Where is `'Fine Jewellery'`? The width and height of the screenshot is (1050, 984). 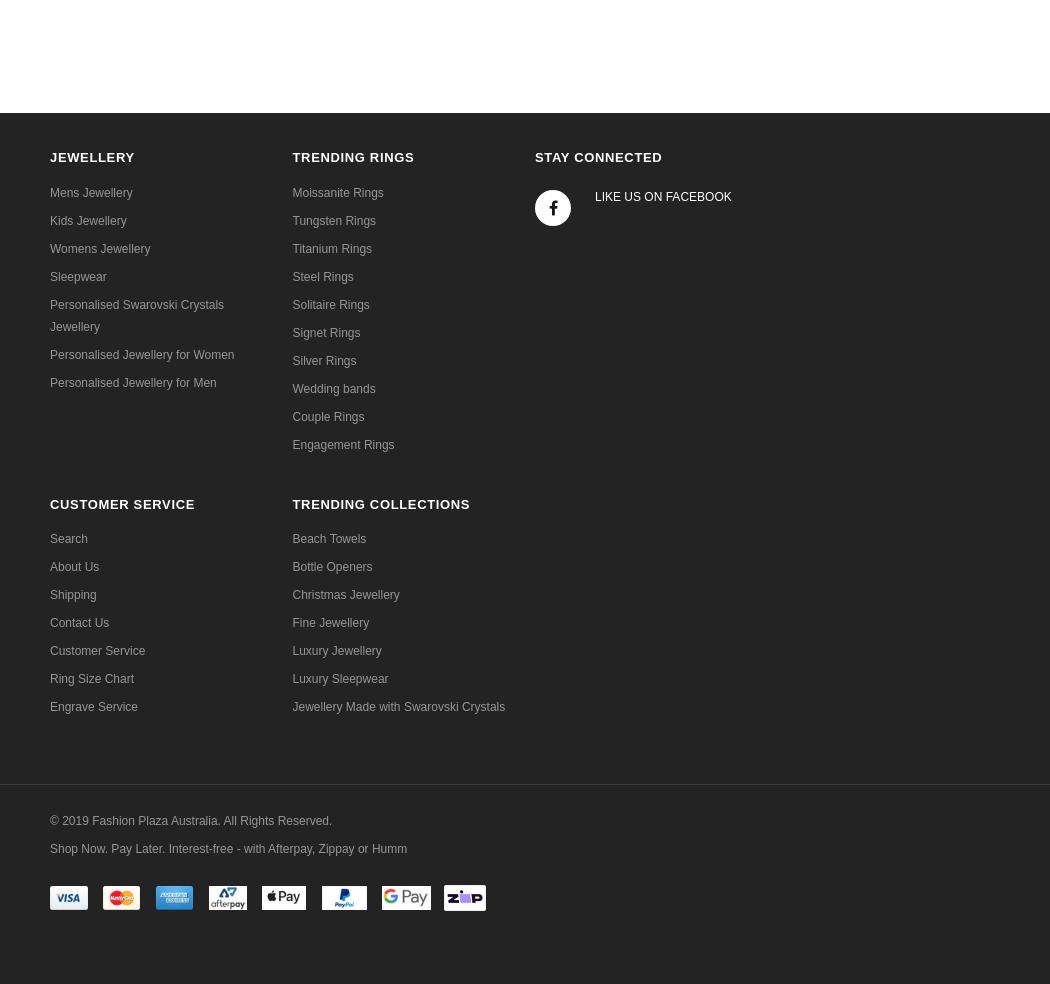
'Fine Jewellery' is located at coordinates (330, 621).